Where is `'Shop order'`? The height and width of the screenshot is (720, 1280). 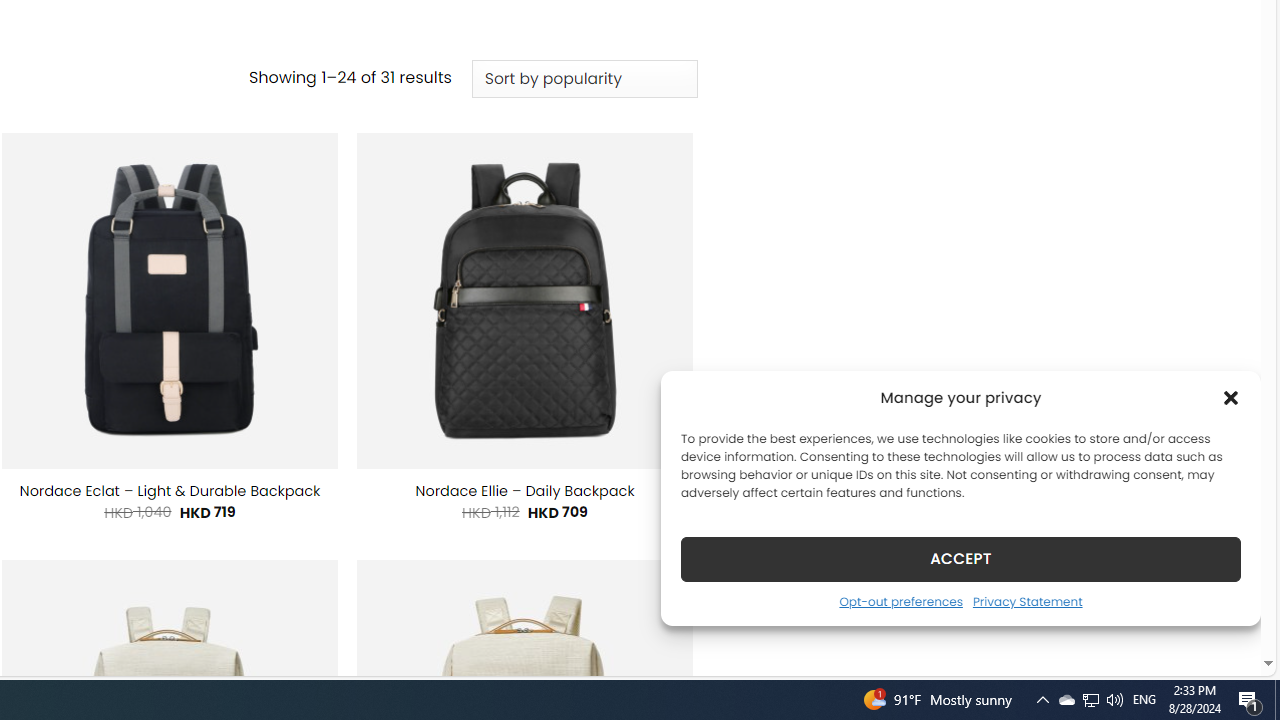 'Shop order' is located at coordinates (583, 78).